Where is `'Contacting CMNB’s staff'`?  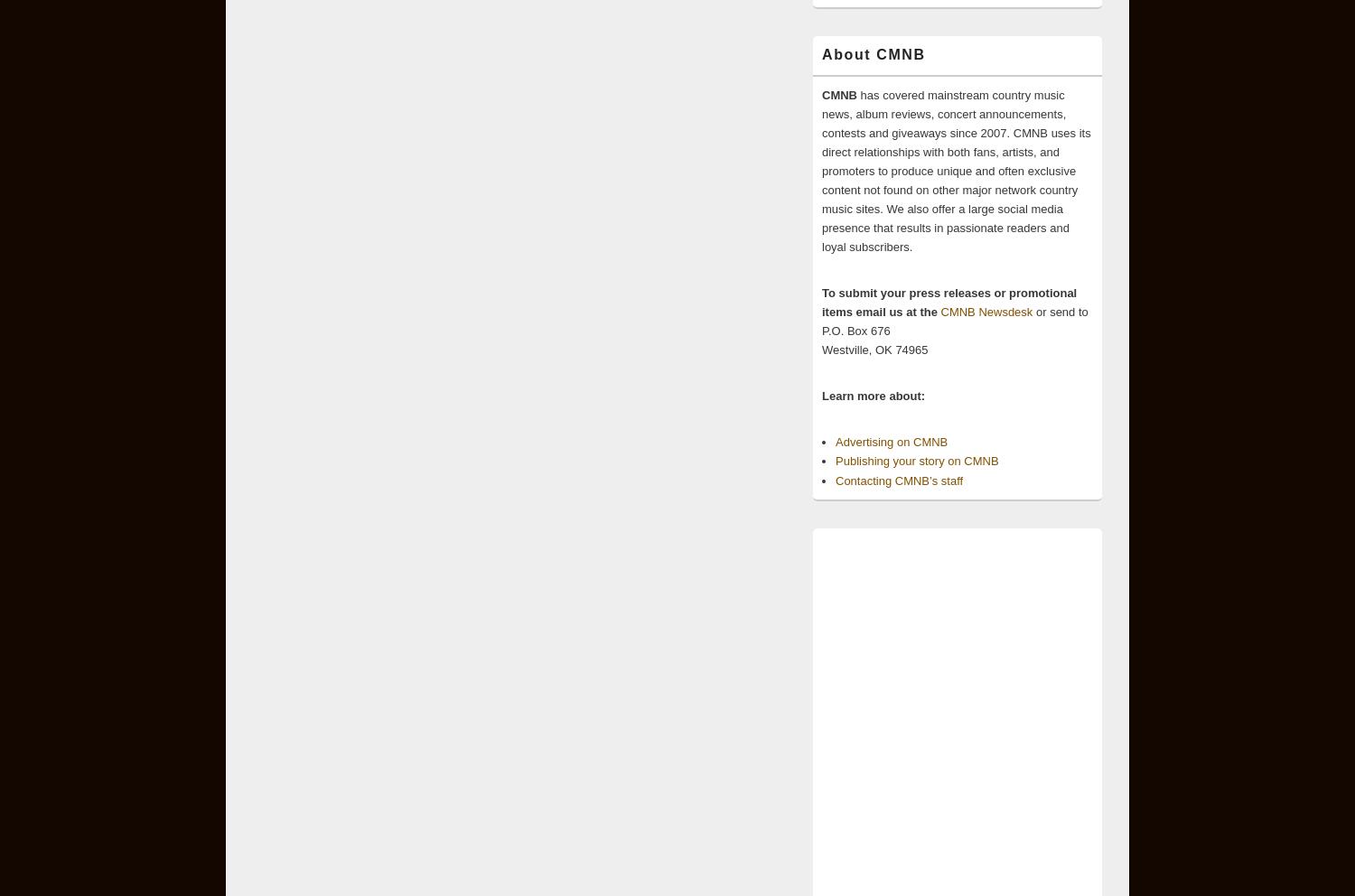
'Contacting CMNB’s staff' is located at coordinates (898, 479).